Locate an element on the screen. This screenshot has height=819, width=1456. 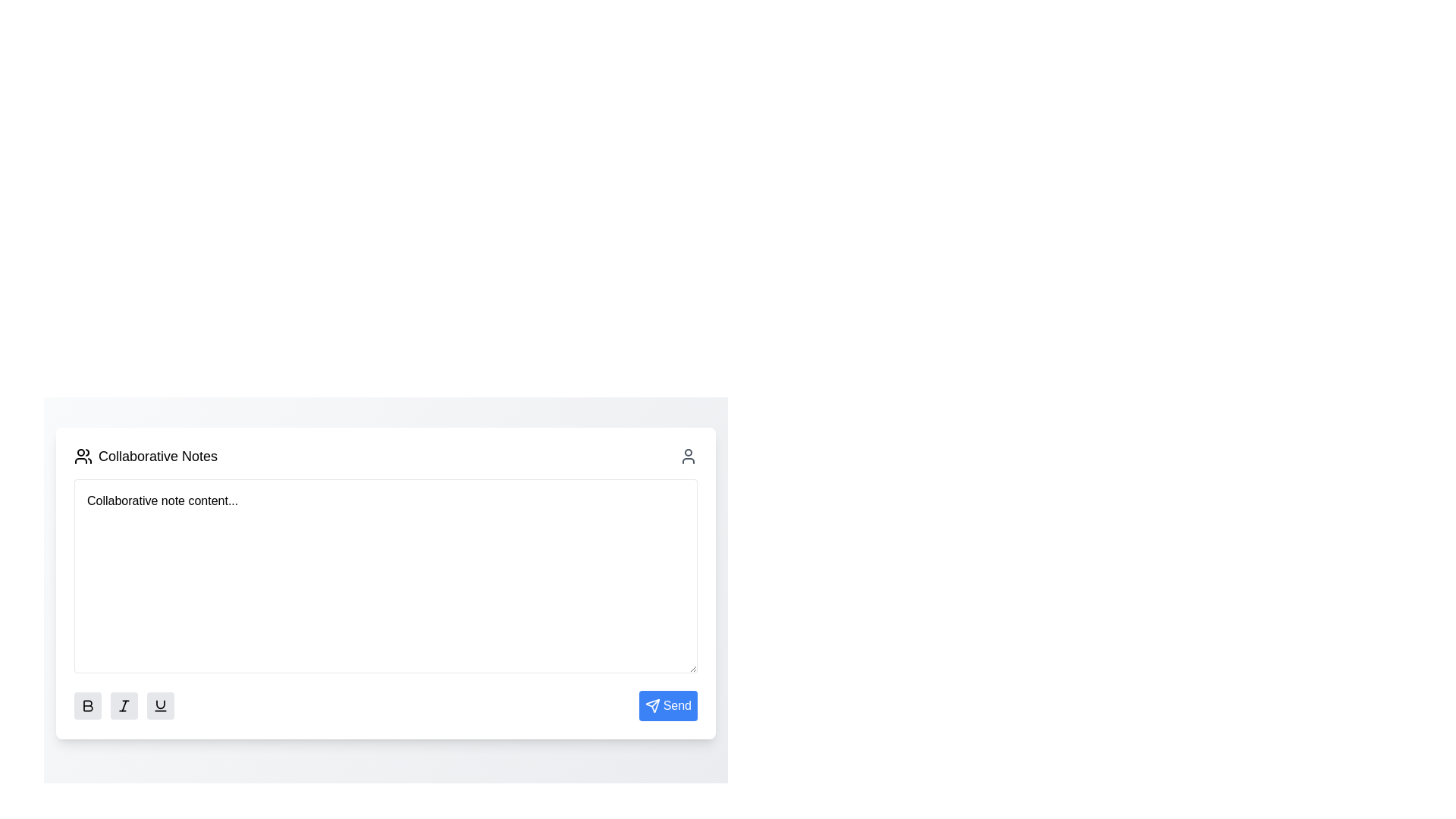
the user outline icon in the top-right corner of the header bar is located at coordinates (687, 455).